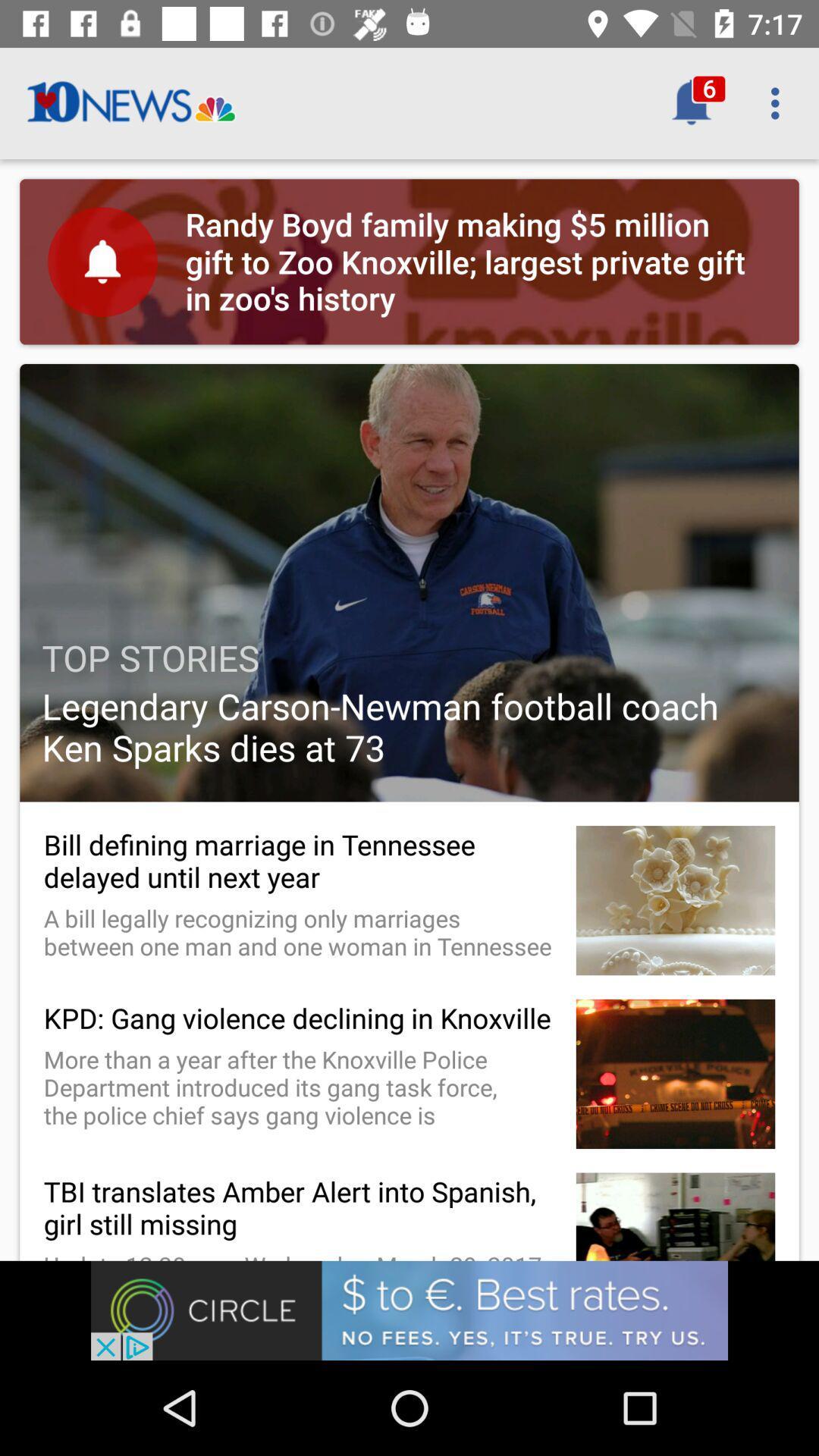  What do you see at coordinates (409, 1310) in the screenshot?
I see `advertisement` at bounding box center [409, 1310].